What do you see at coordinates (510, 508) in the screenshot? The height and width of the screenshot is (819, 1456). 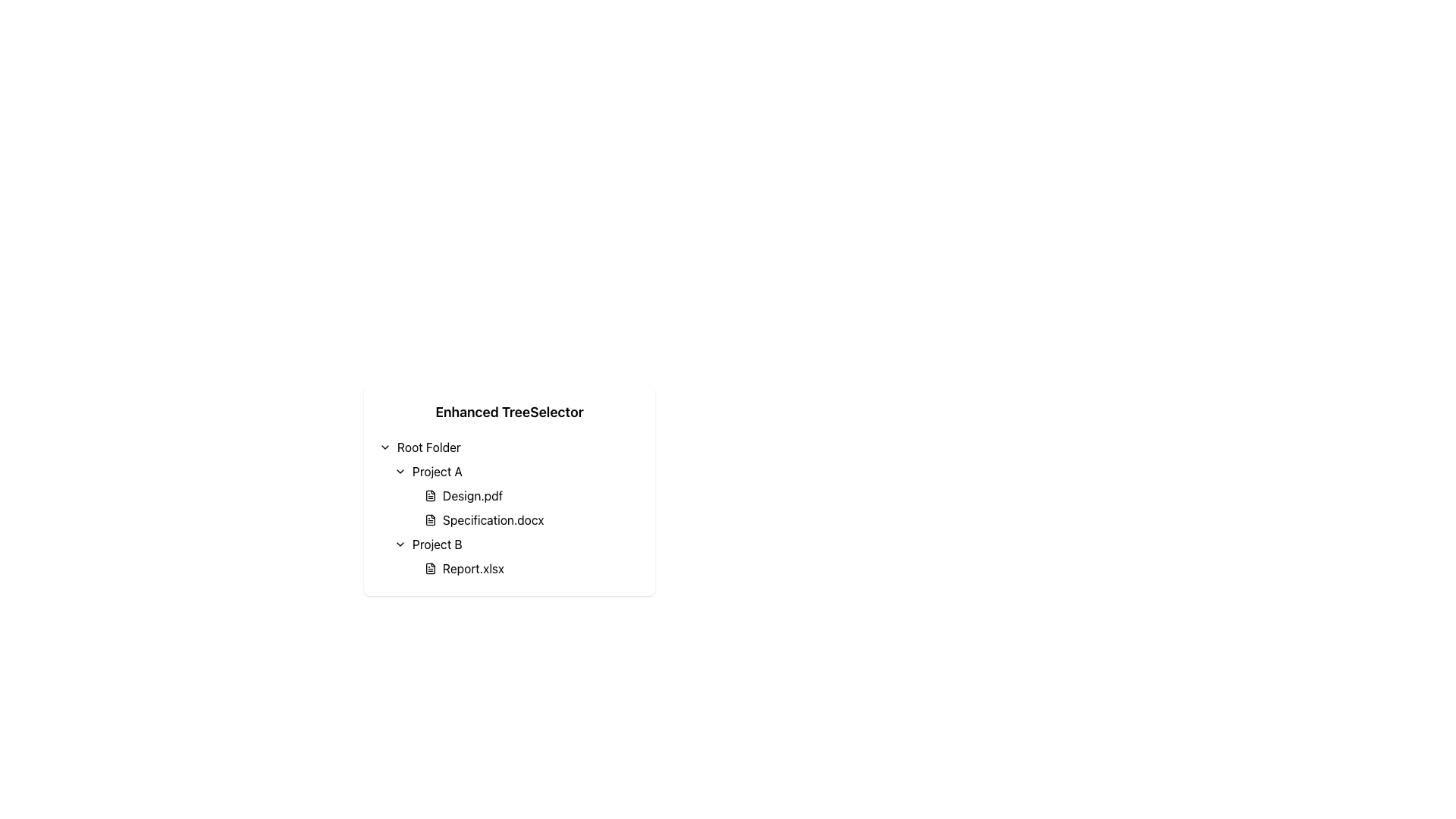 I see `the file item named 'Design.pdf' in the tree view structure under 'Project A'` at bounding box center [510, 508].